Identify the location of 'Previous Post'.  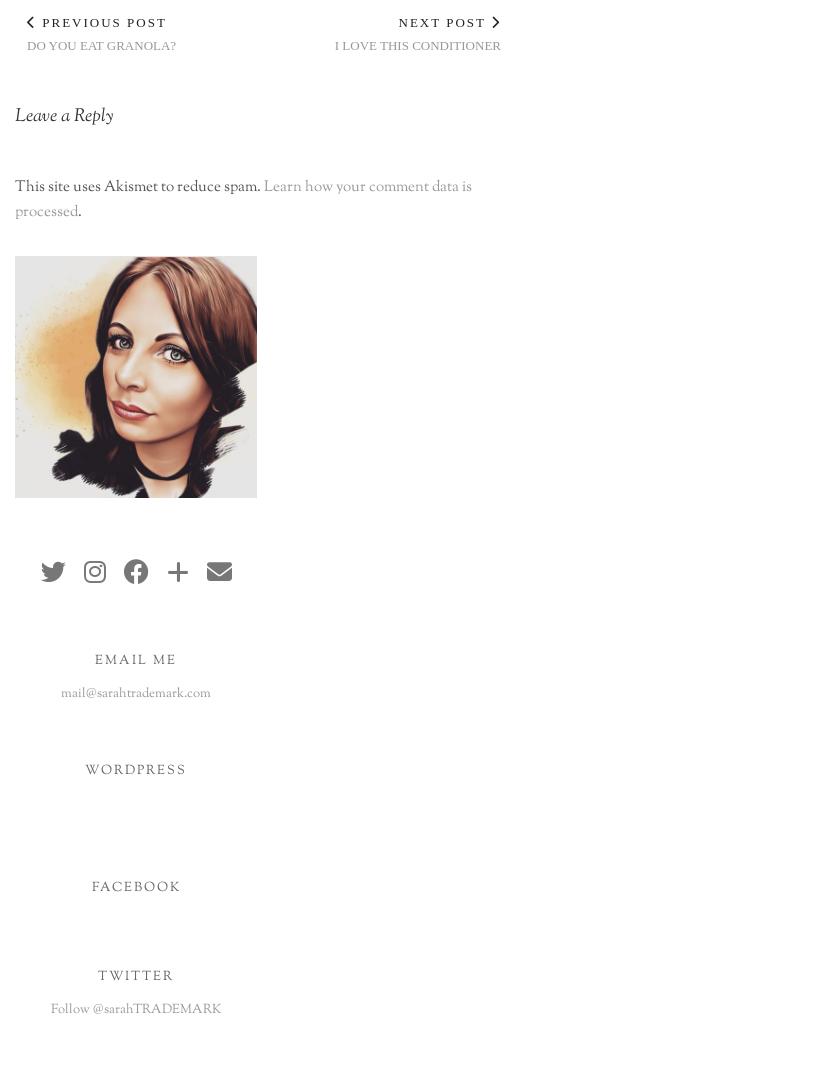
(100, 21).